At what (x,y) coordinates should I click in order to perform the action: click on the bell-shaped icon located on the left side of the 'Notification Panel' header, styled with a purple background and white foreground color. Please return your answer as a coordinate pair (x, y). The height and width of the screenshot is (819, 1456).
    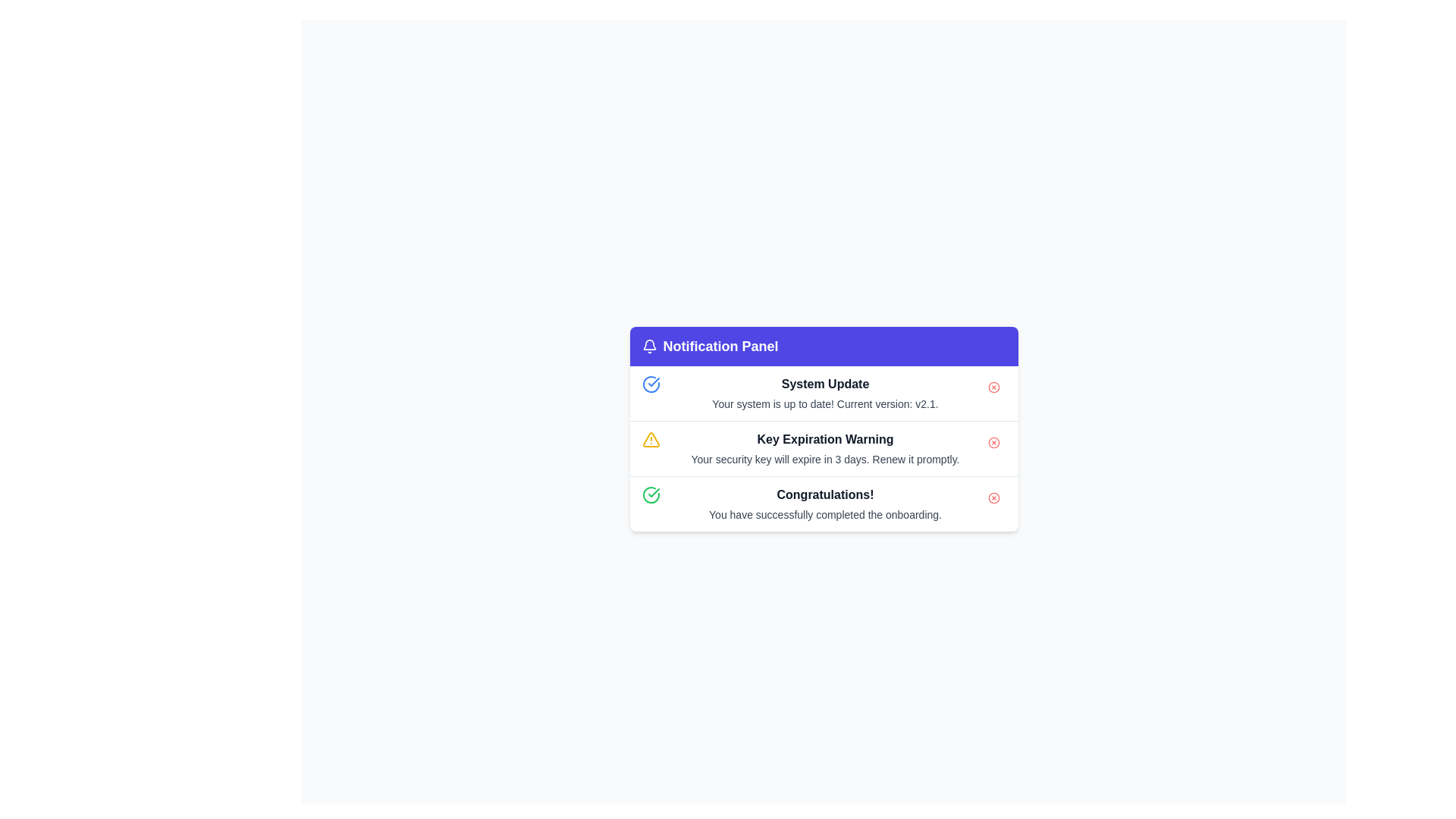
    Looking at the image, I should click on (649, 346).